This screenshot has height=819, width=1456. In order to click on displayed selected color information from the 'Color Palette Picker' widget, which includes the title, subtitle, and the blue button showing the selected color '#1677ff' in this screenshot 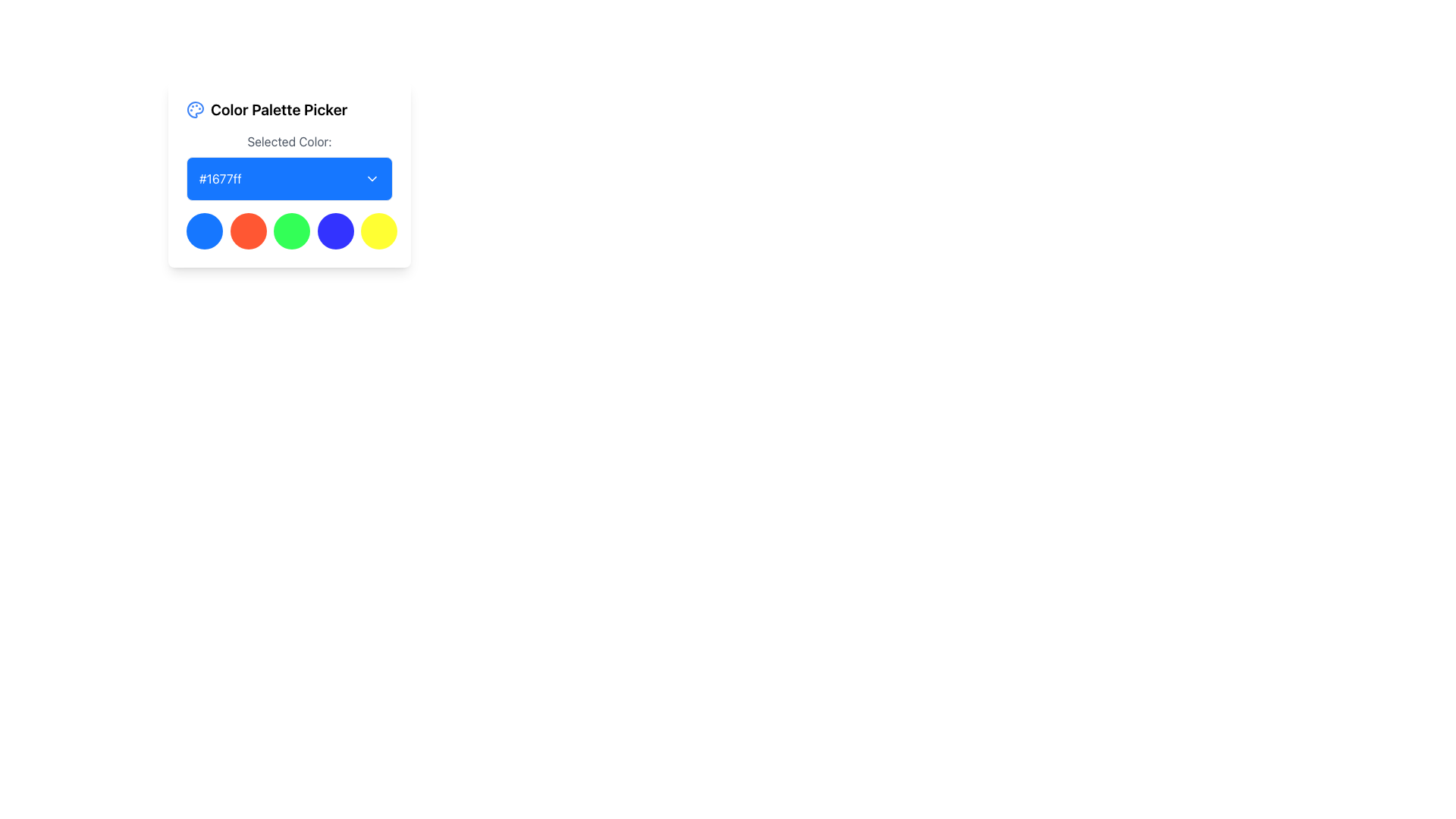, I will do `click(290, 174)`.